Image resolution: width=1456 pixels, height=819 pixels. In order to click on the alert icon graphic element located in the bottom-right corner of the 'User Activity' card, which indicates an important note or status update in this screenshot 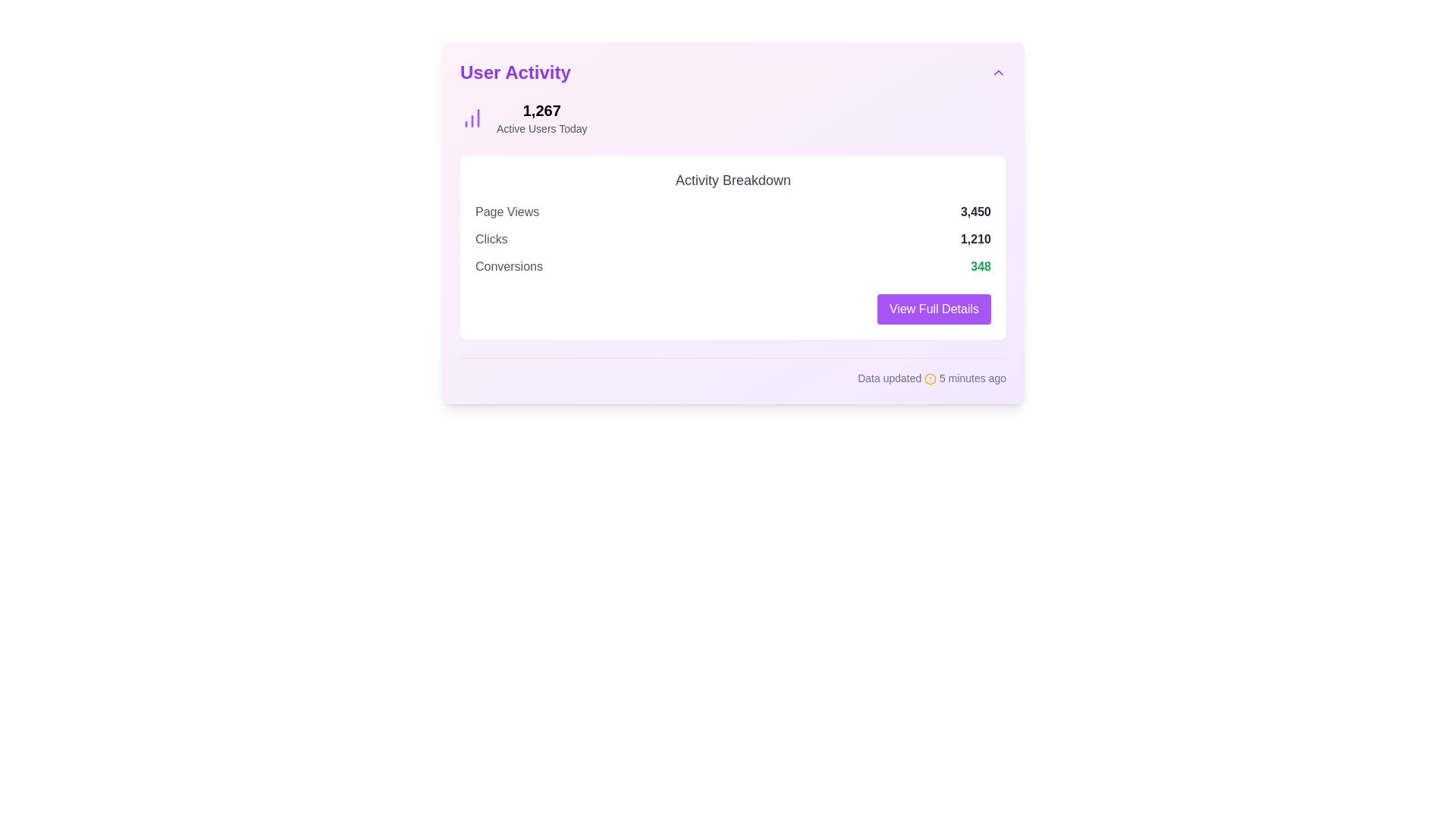, I will do `click(930, 378)`.